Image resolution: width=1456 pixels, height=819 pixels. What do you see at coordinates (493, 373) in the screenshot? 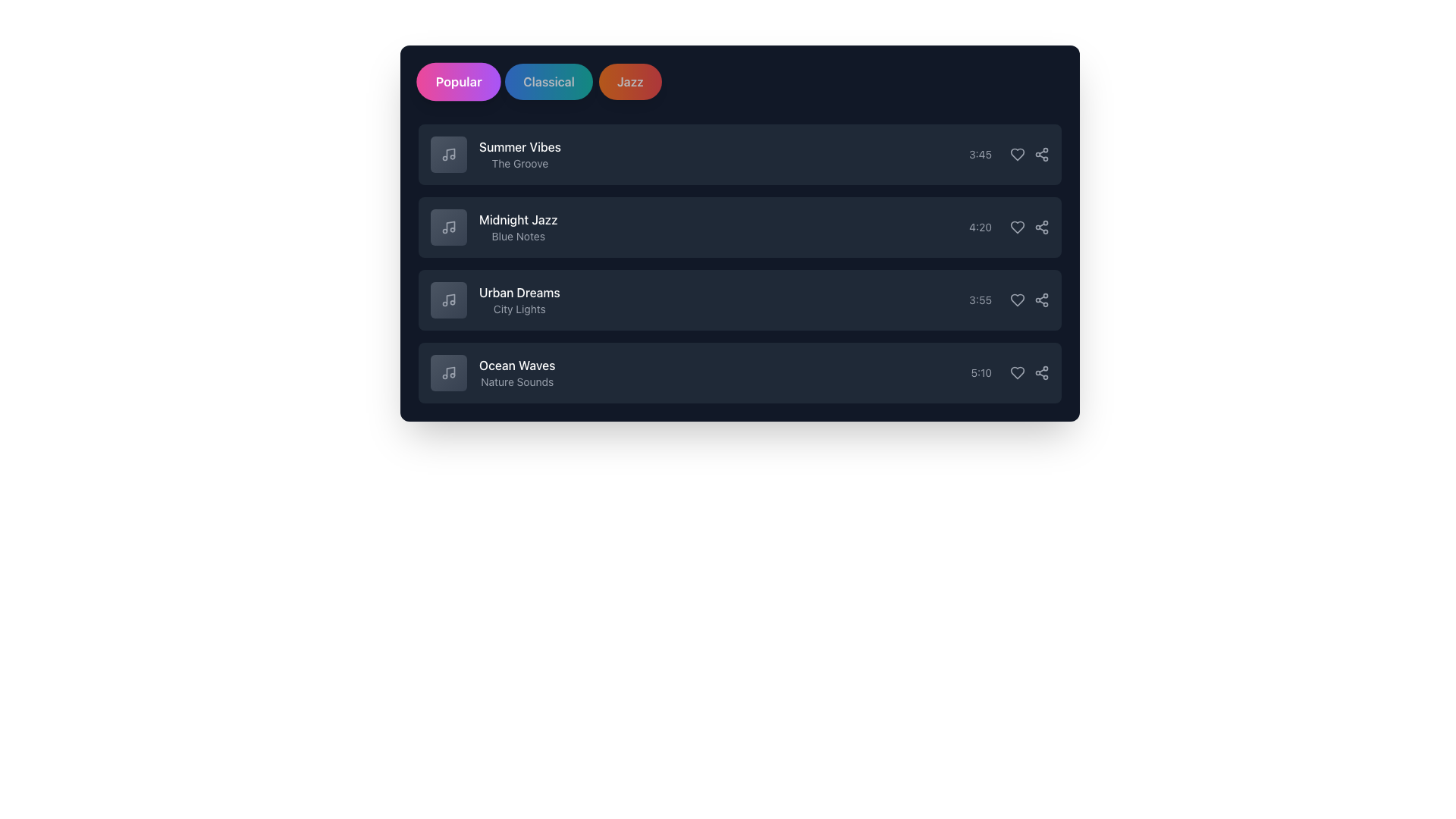
I see `the Text component displaying 'Ocean Waves' and 'Nature Sounds' in the fourth row of the list, which is positioned to the right of a grey music note icon` at bounding box center [493, 373].